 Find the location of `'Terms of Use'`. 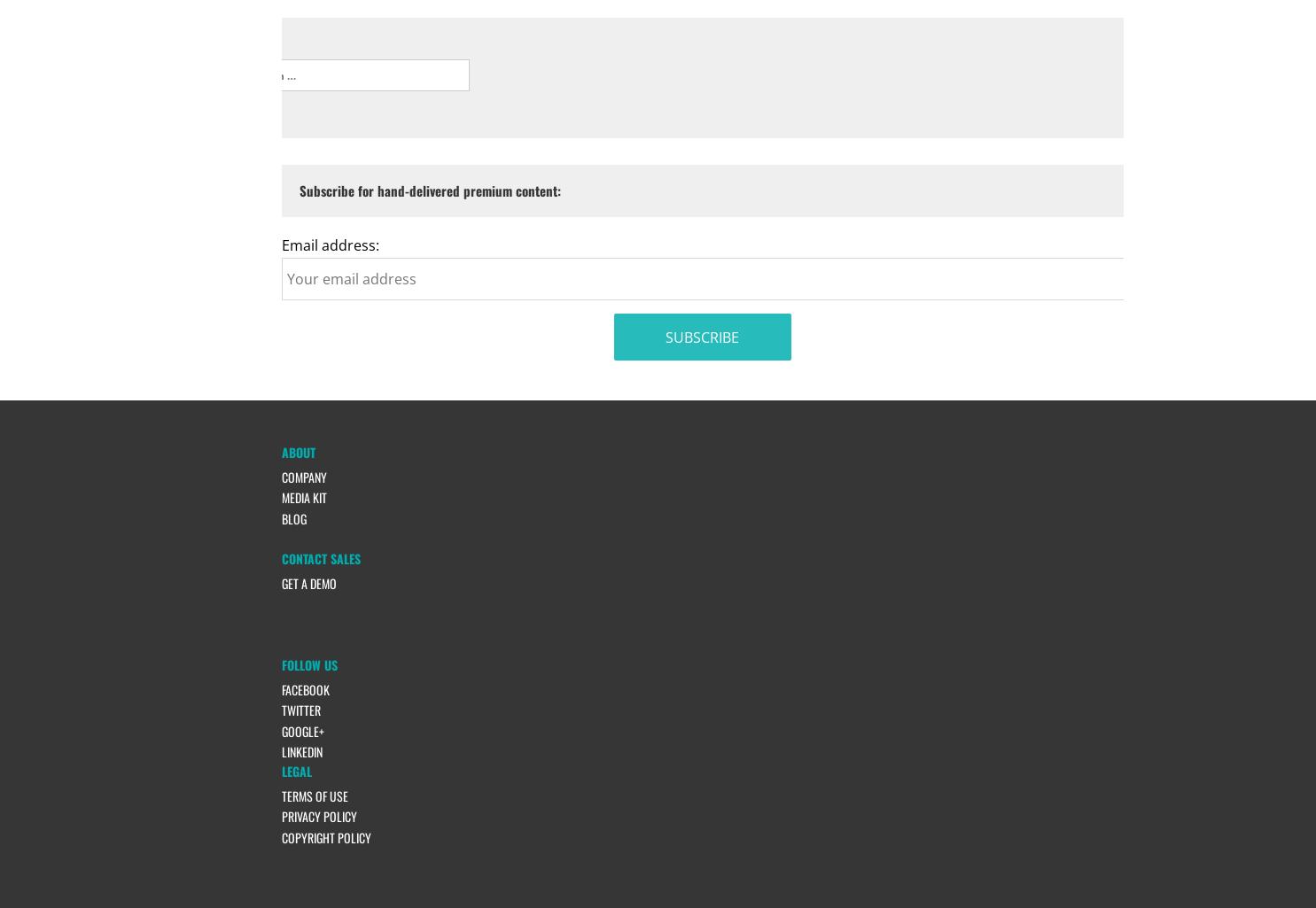

'Terms of Use' is located at coordinates (313, 795).